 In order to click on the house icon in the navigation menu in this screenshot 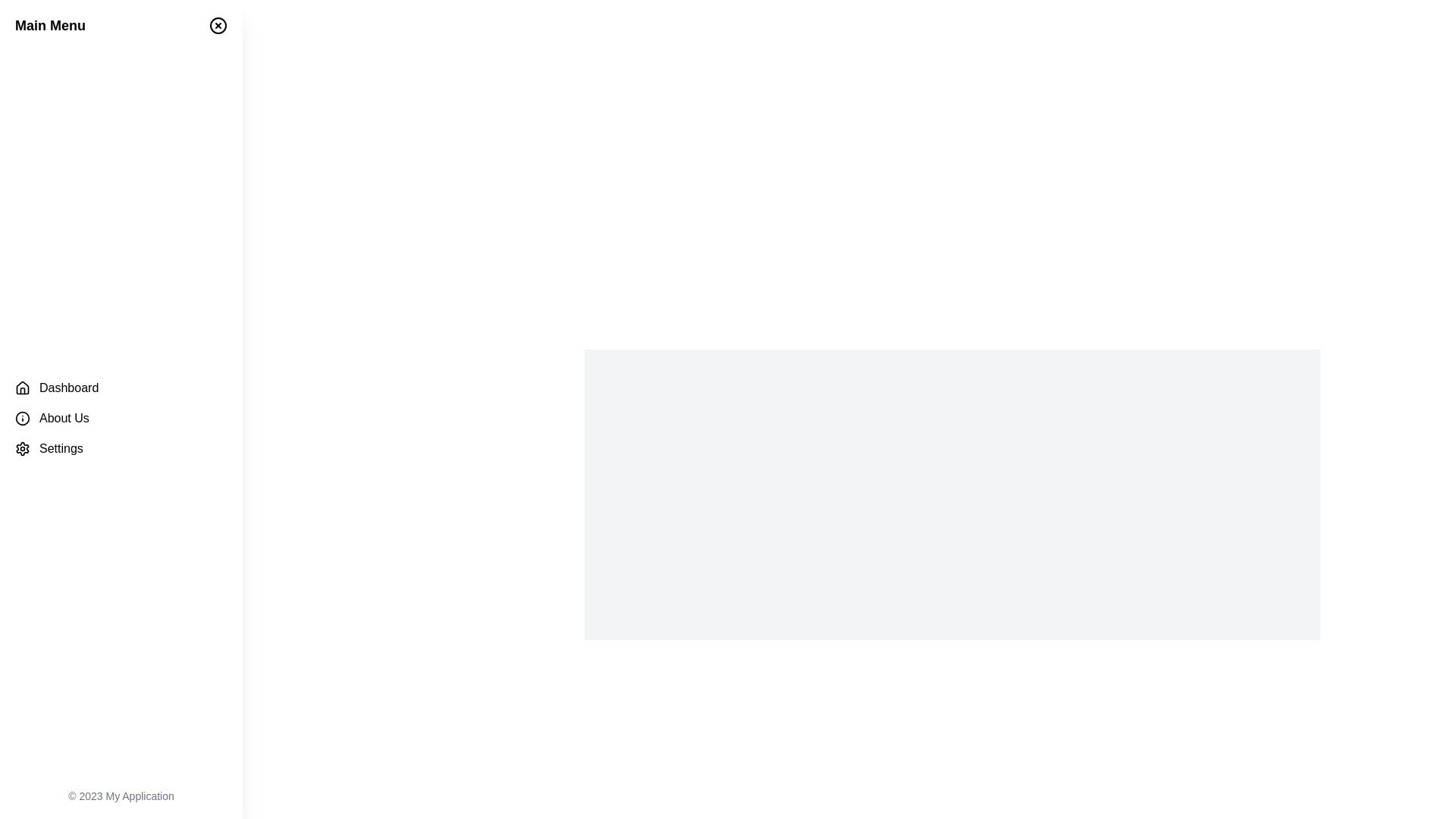, I will do `click(22, 386)`.